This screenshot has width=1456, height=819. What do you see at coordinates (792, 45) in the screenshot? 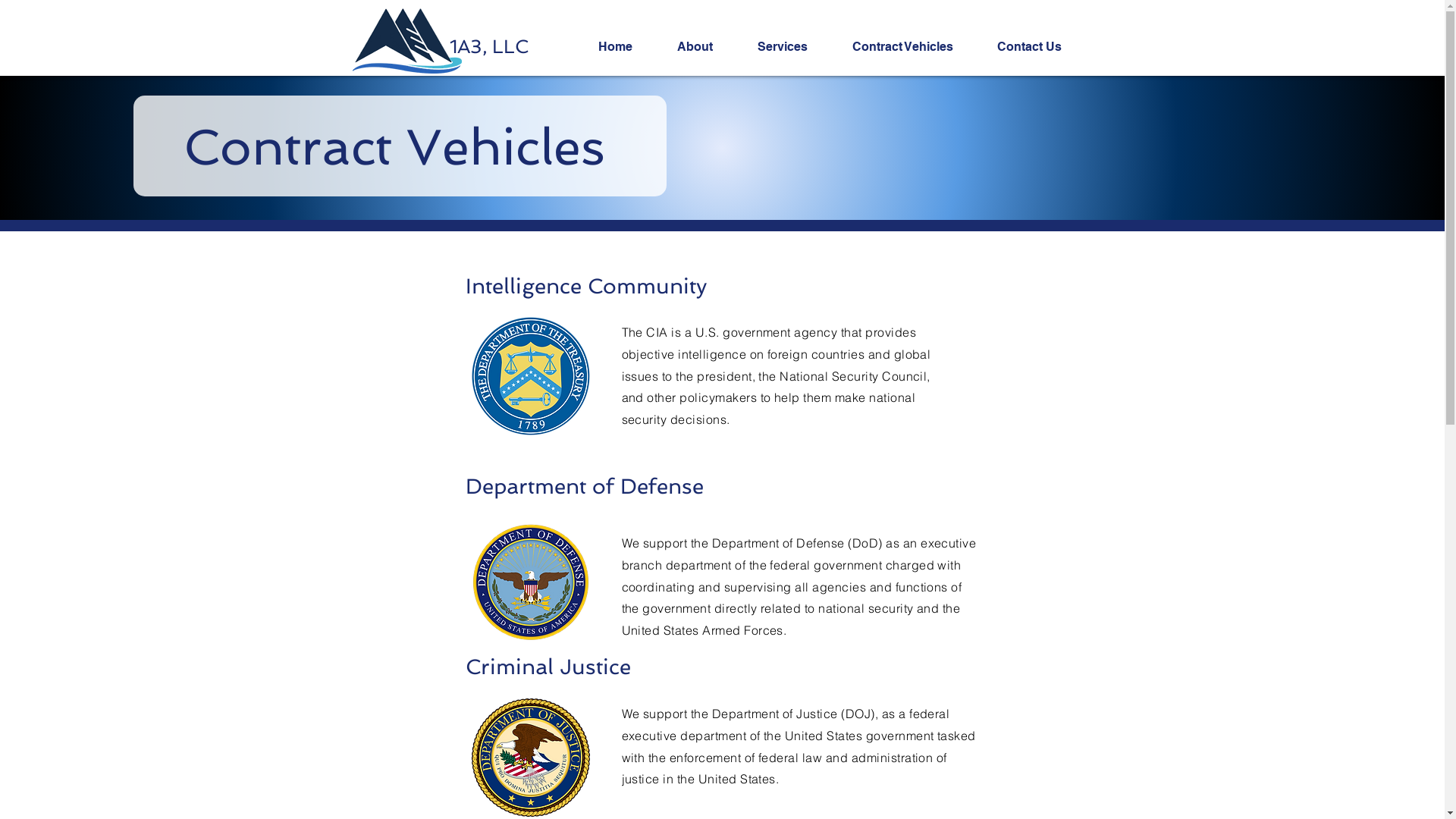
I see `'Services'` at bounding box center [792, 45].